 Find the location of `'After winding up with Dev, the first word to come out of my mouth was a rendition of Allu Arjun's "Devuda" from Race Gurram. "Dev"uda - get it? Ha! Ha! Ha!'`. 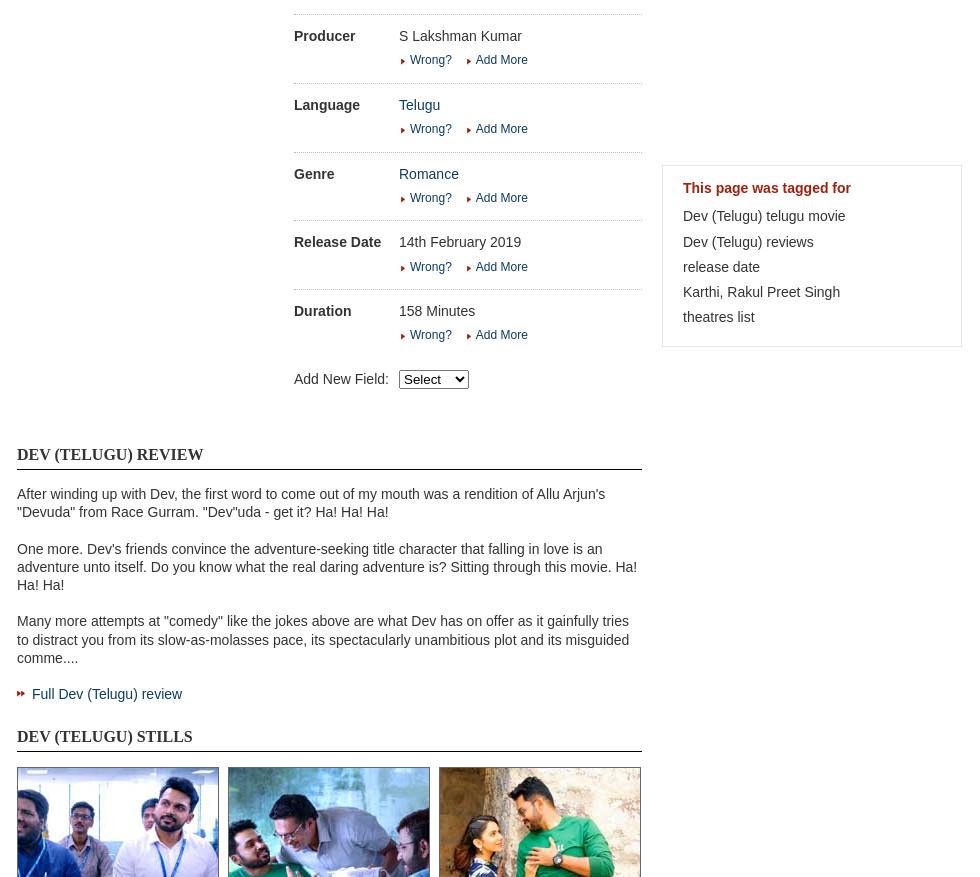

'After winding up with Dev, the first word to come out of my mouth was a rendition of Allu Arjun's "Devuda" from Race Gurram. "Dev"uda - get it? Ha! Ha! Ha!' is located at coordinates (310, 501).